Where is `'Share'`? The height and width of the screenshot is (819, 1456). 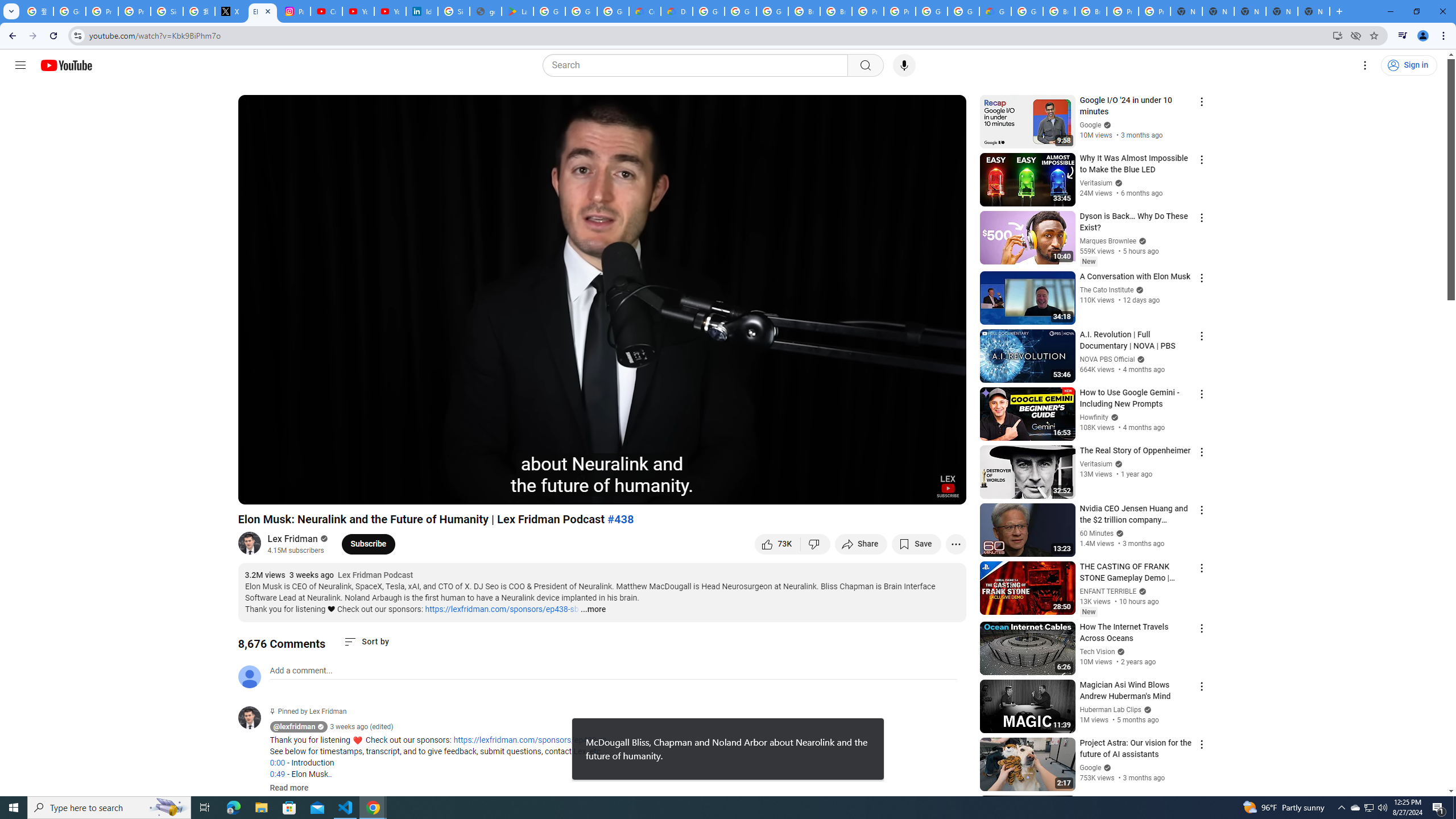
'Share' is located at coordinates (861, 543).